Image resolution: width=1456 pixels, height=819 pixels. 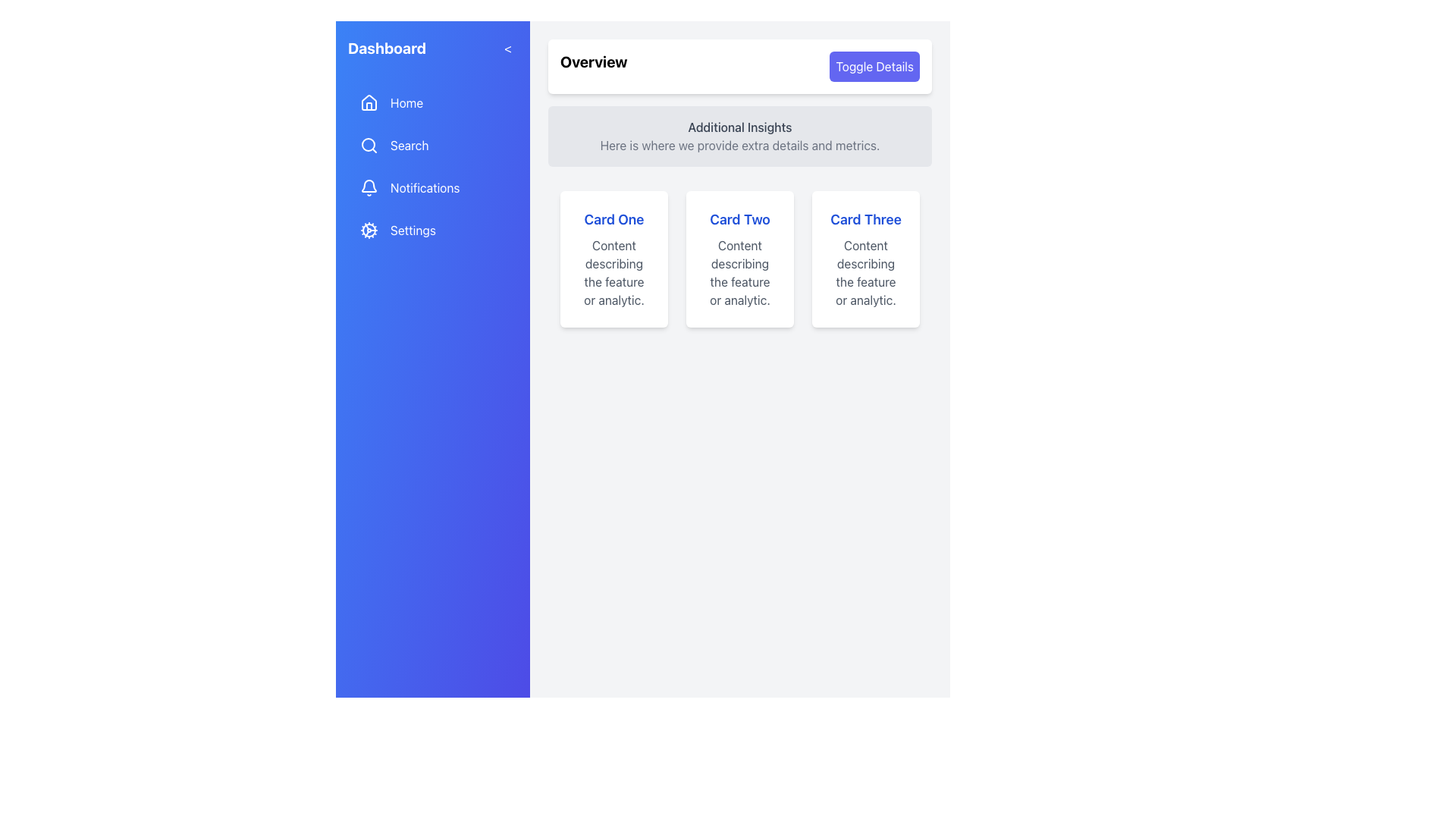 What do you see at coordinates (413, 231) in the screenshot?
I see `the fourth Text label in the sidebar, which leads to the settings page when activated` at bounding box center [413, 231].